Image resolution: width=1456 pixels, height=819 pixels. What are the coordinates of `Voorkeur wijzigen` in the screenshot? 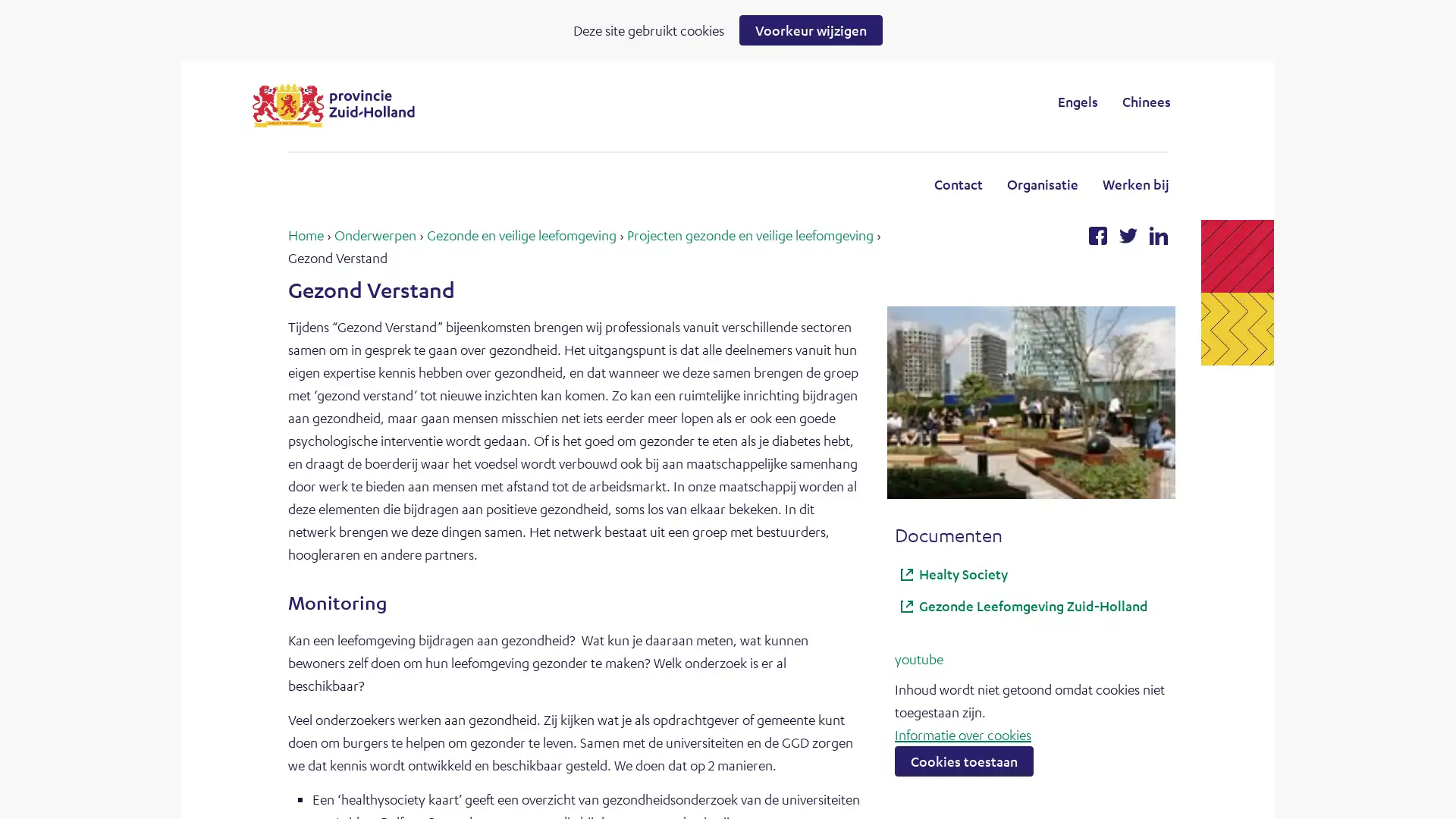 It's located at (810, 30).